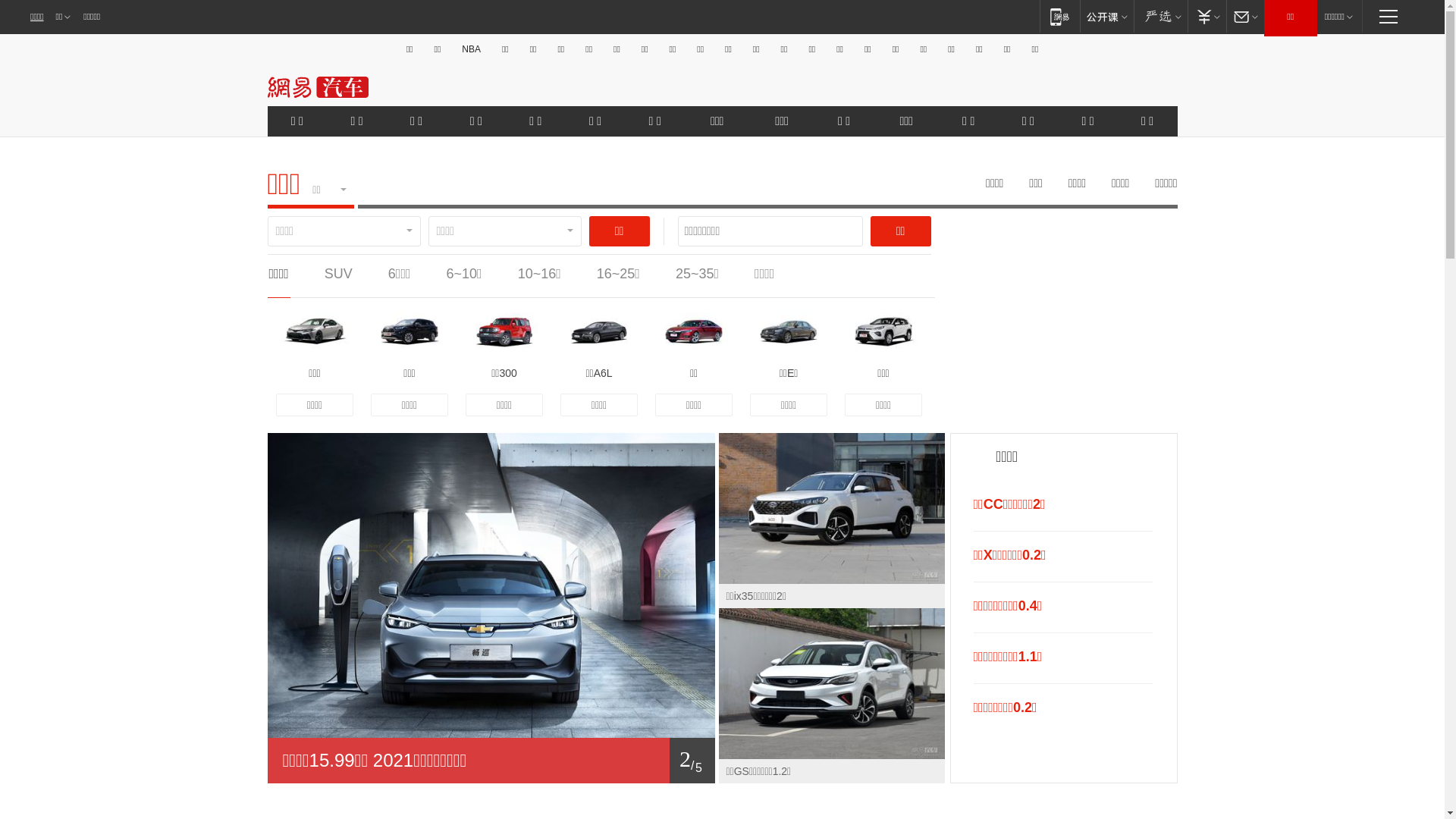  I want to click on 'SUV', so click(337, 274).